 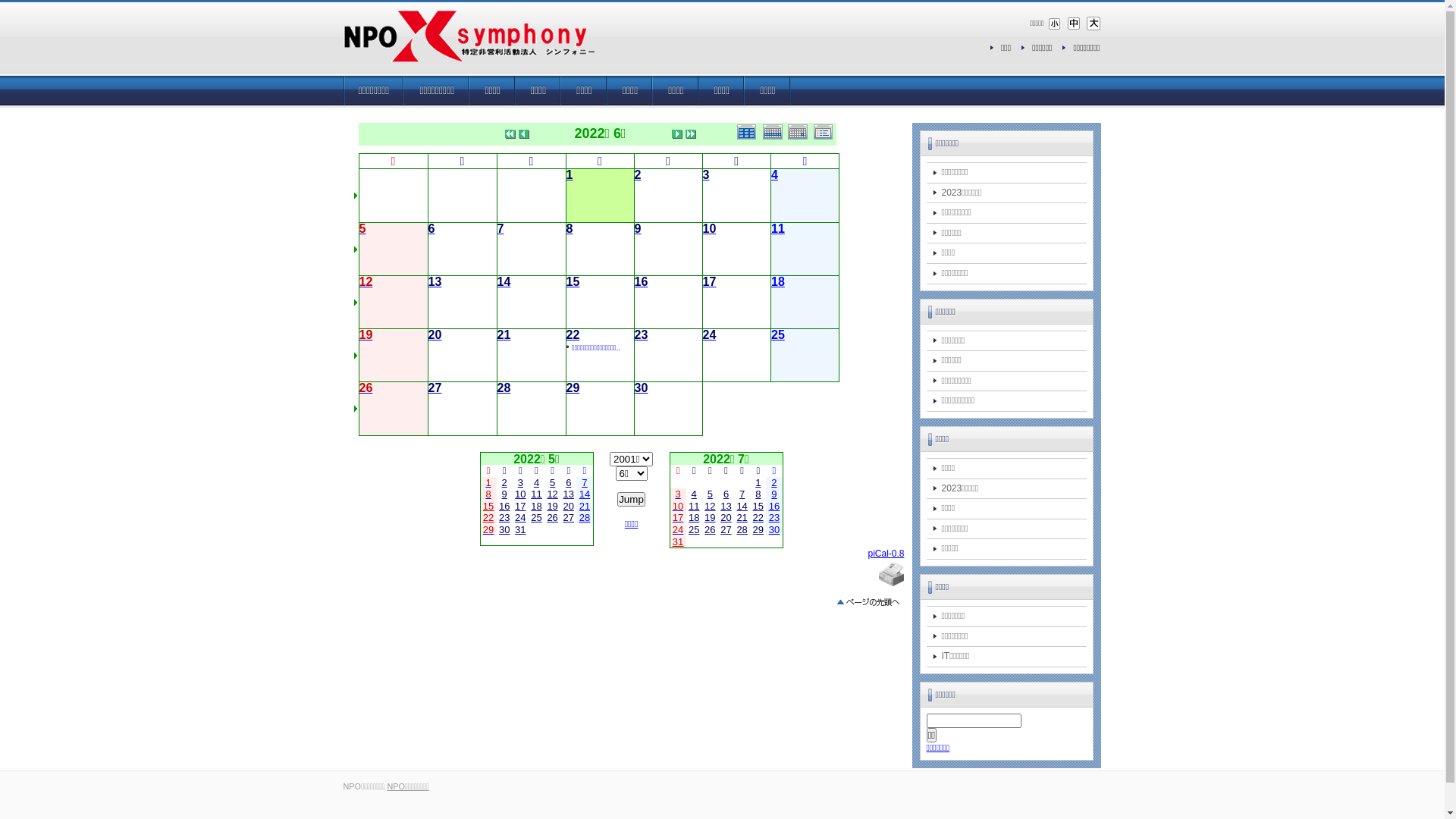 I want to click on '12', so click(x=366, y=283).